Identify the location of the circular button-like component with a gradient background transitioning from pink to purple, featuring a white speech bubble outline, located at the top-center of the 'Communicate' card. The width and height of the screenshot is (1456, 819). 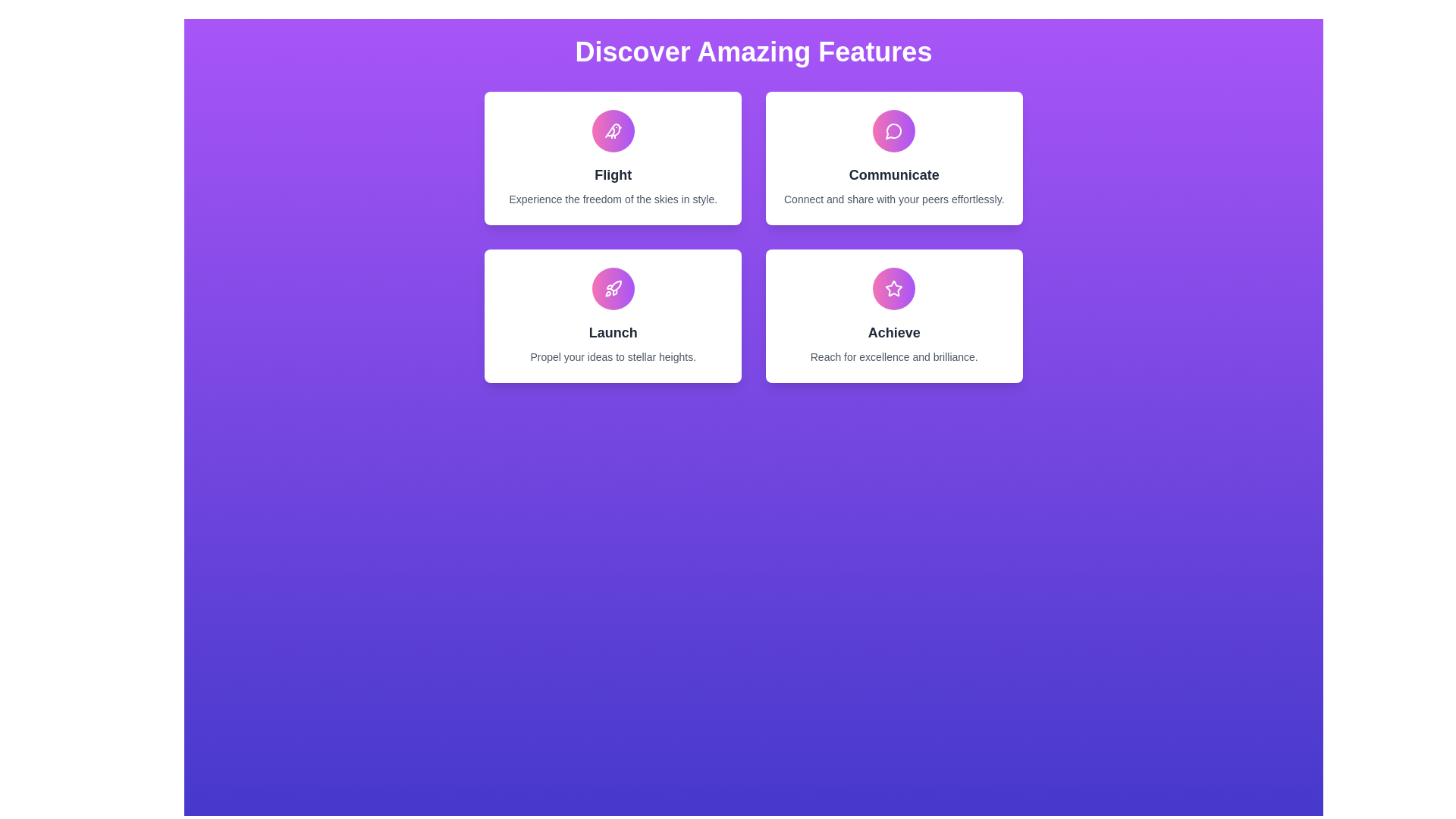
(894, 130).